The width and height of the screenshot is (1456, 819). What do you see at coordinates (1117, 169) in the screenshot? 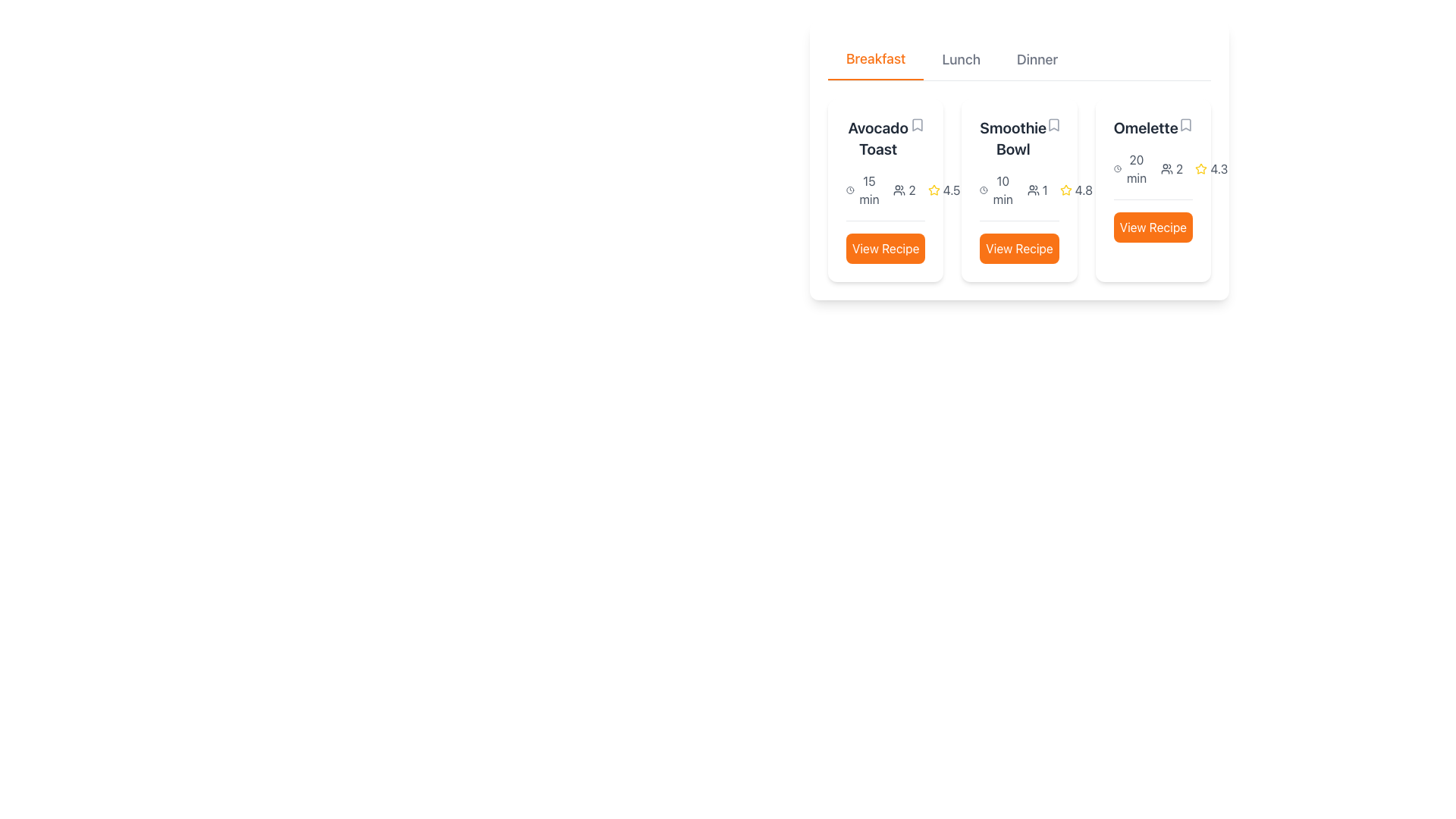
I see `the outer circular outline of the clock-shaped SVG icon that represents time, located near the text for the 'Omelette' recipe in the breakfast section` at bounding box center [1117, 169].